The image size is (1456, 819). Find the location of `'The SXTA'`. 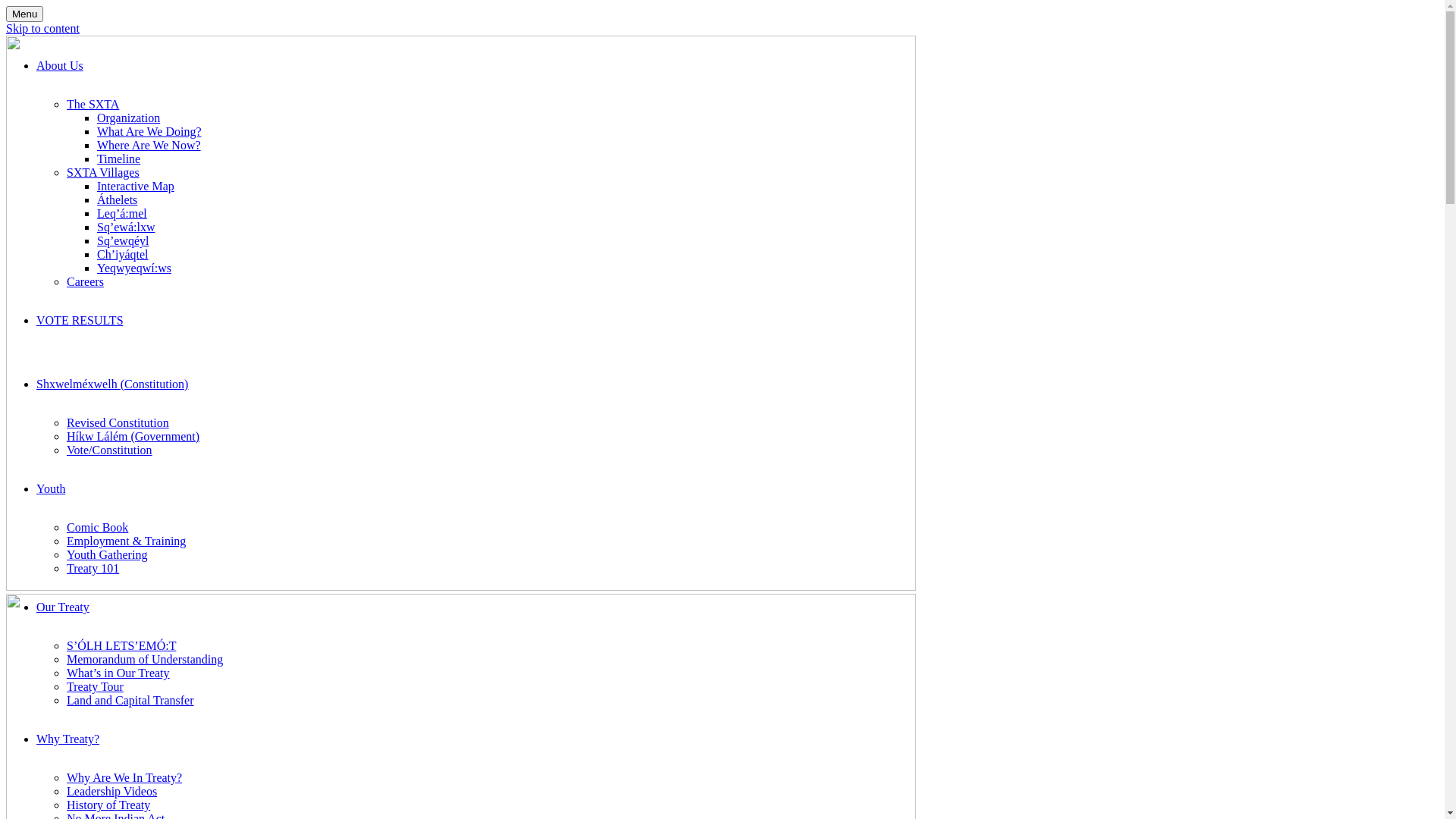

'The SXTA' is located at coordinates (92, 103).